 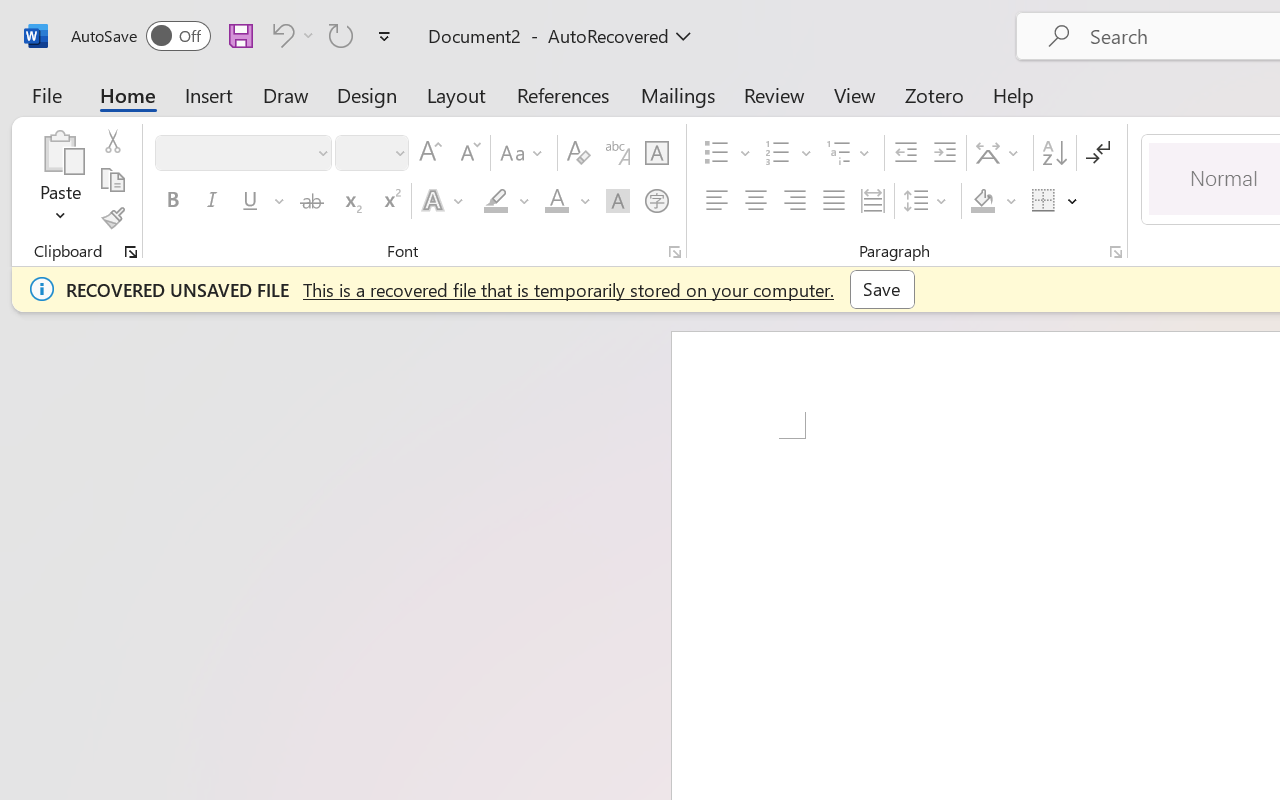 I want to click on 'Grow Font', so click(x=429, y=153).